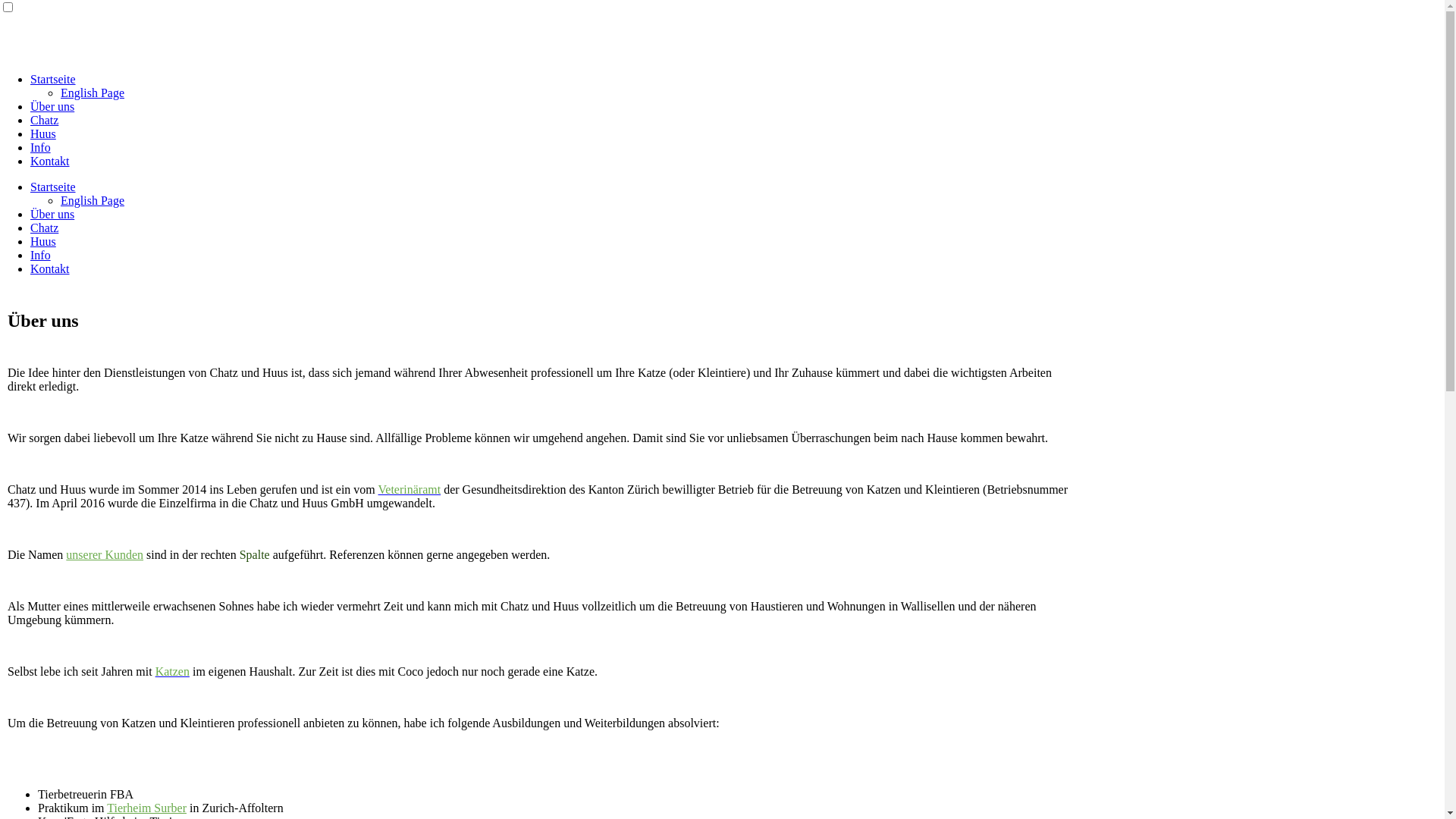 Image resolution: width=1456 pixels, height=819 pixels. Describe the element at coordinates (44, 227) in the screenshot. I see `'Chatz'` at that location.